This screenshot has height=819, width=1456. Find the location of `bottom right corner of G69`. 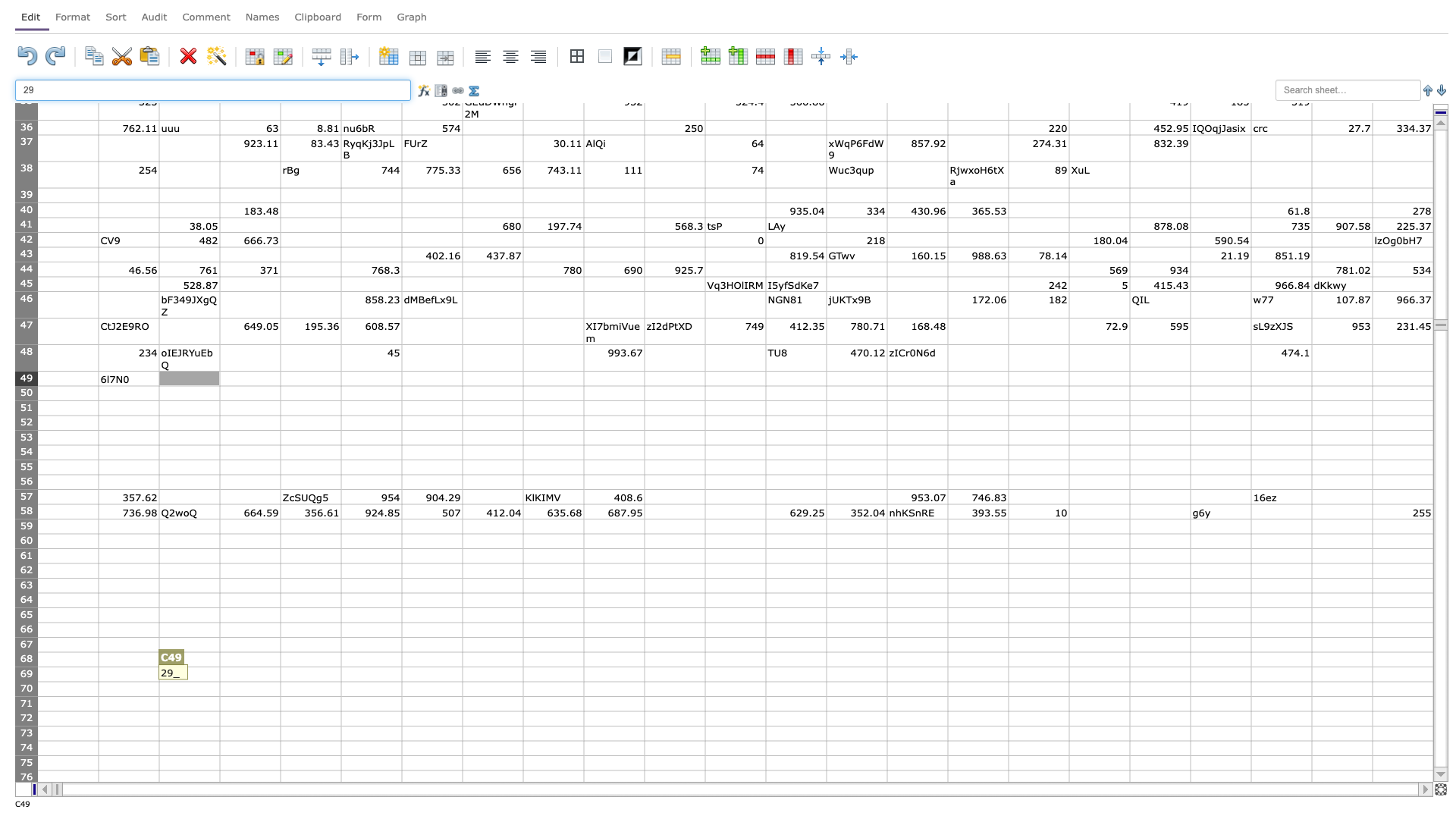

bottom right corner of G69 is located at coordinates (461, 680).